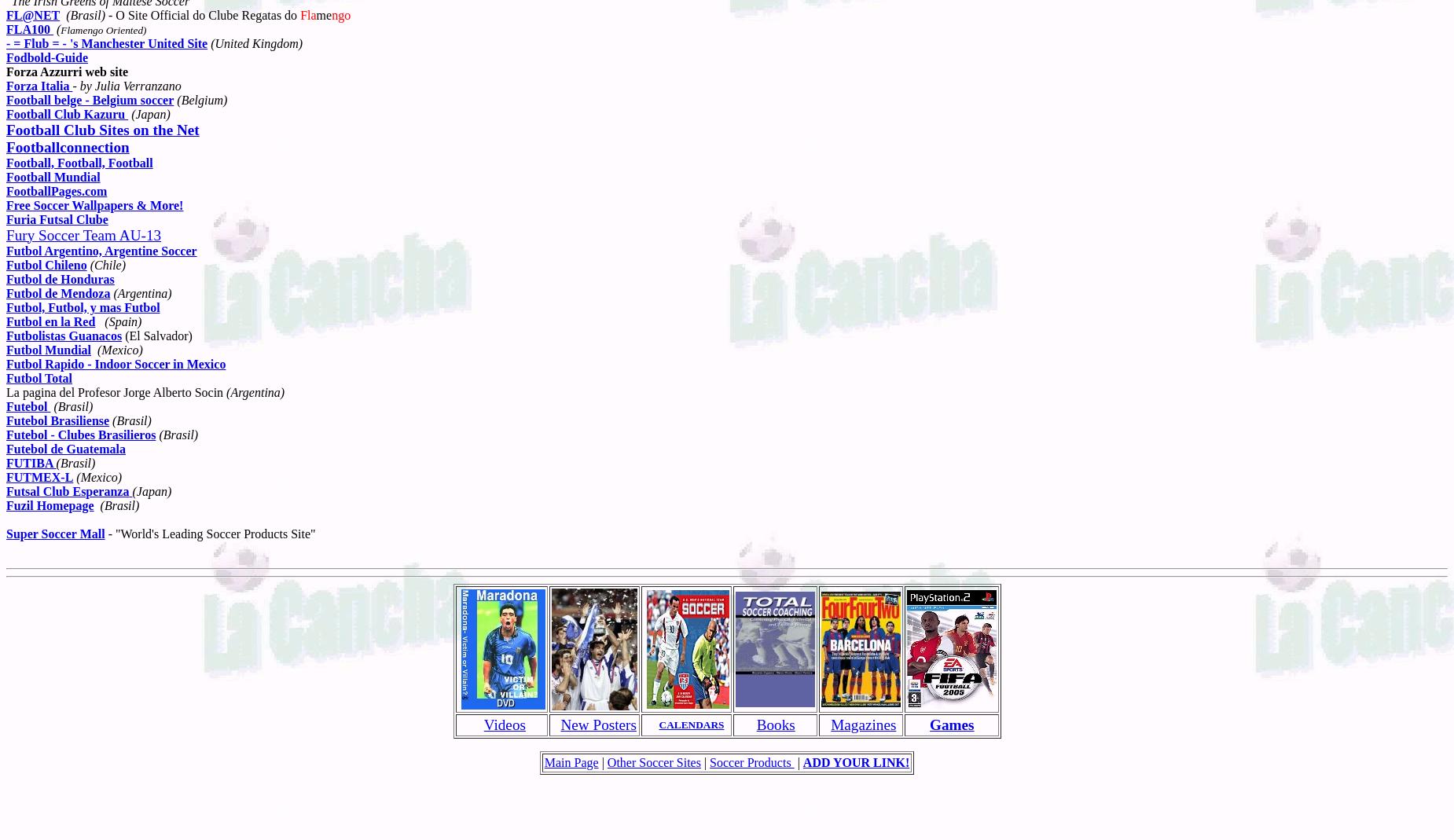 The height and width of the screenshot is (840, 1454). What do you see at coordinates (102, 28) in the screenshot?
I see `'Flamengo
Oriented)'` at bounding box center [102, 28].